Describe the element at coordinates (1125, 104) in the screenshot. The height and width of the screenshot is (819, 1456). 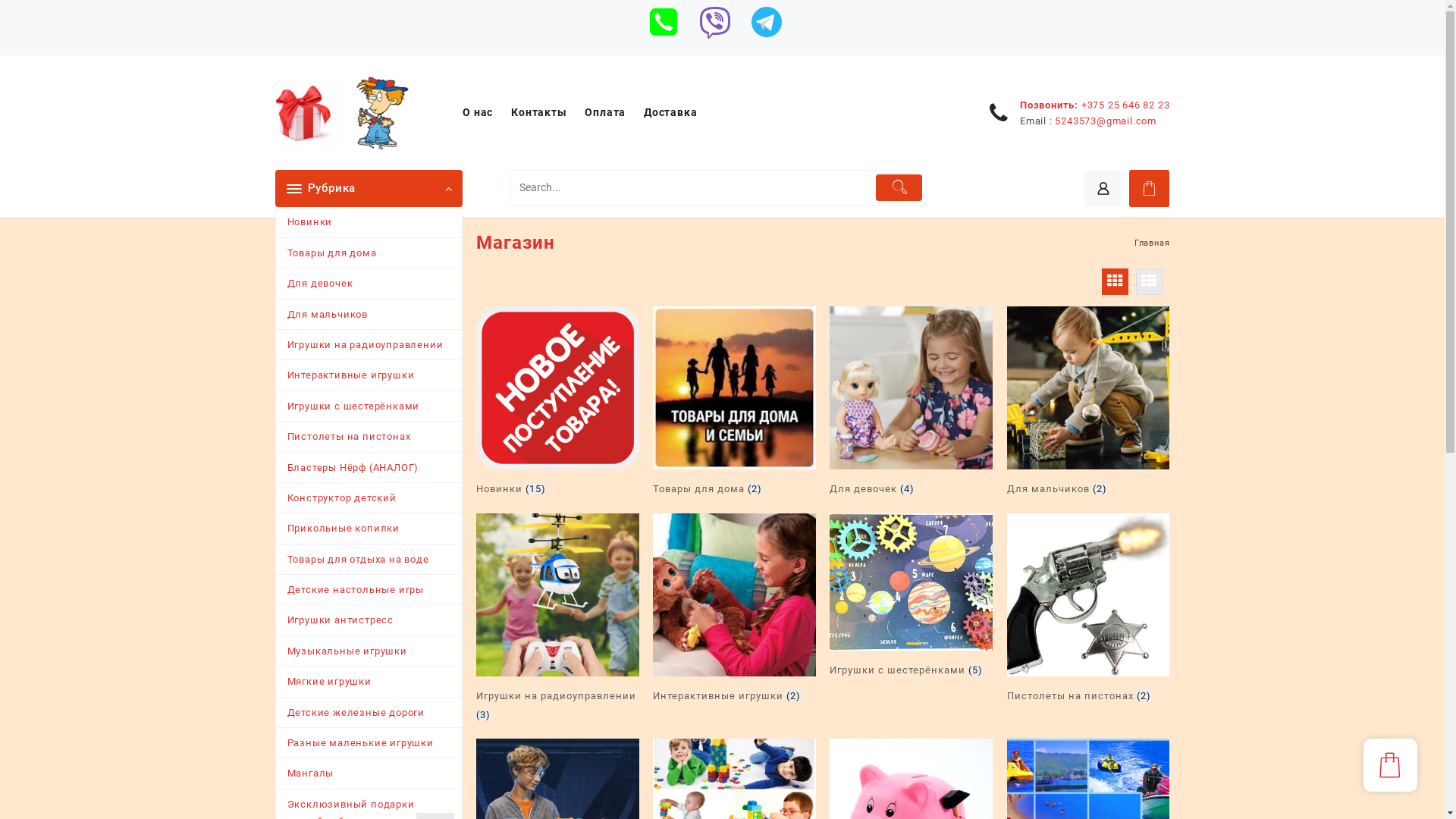
I see `'+375 25 646 82 23'` at that location.